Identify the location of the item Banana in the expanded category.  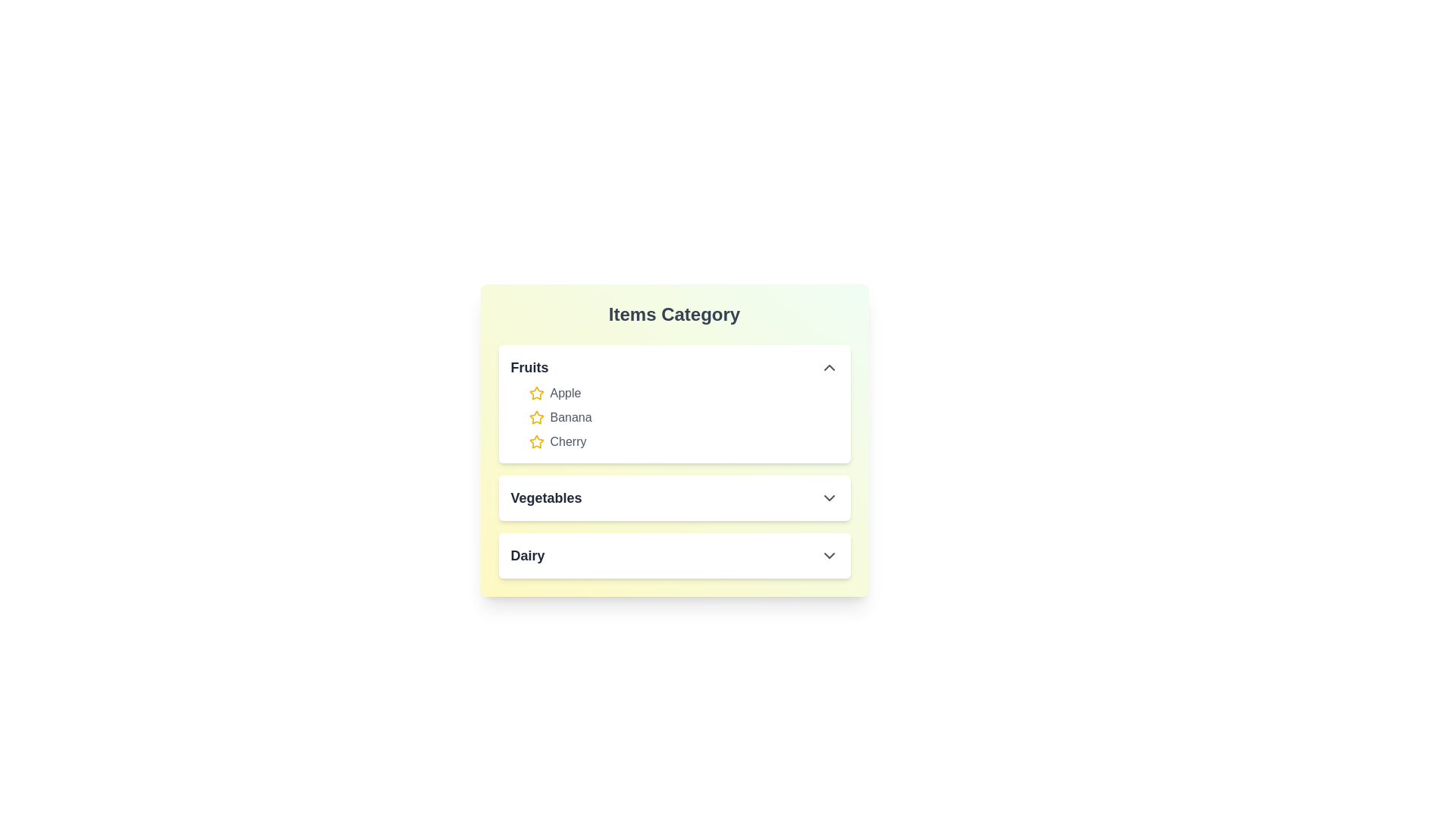
(570, 418).